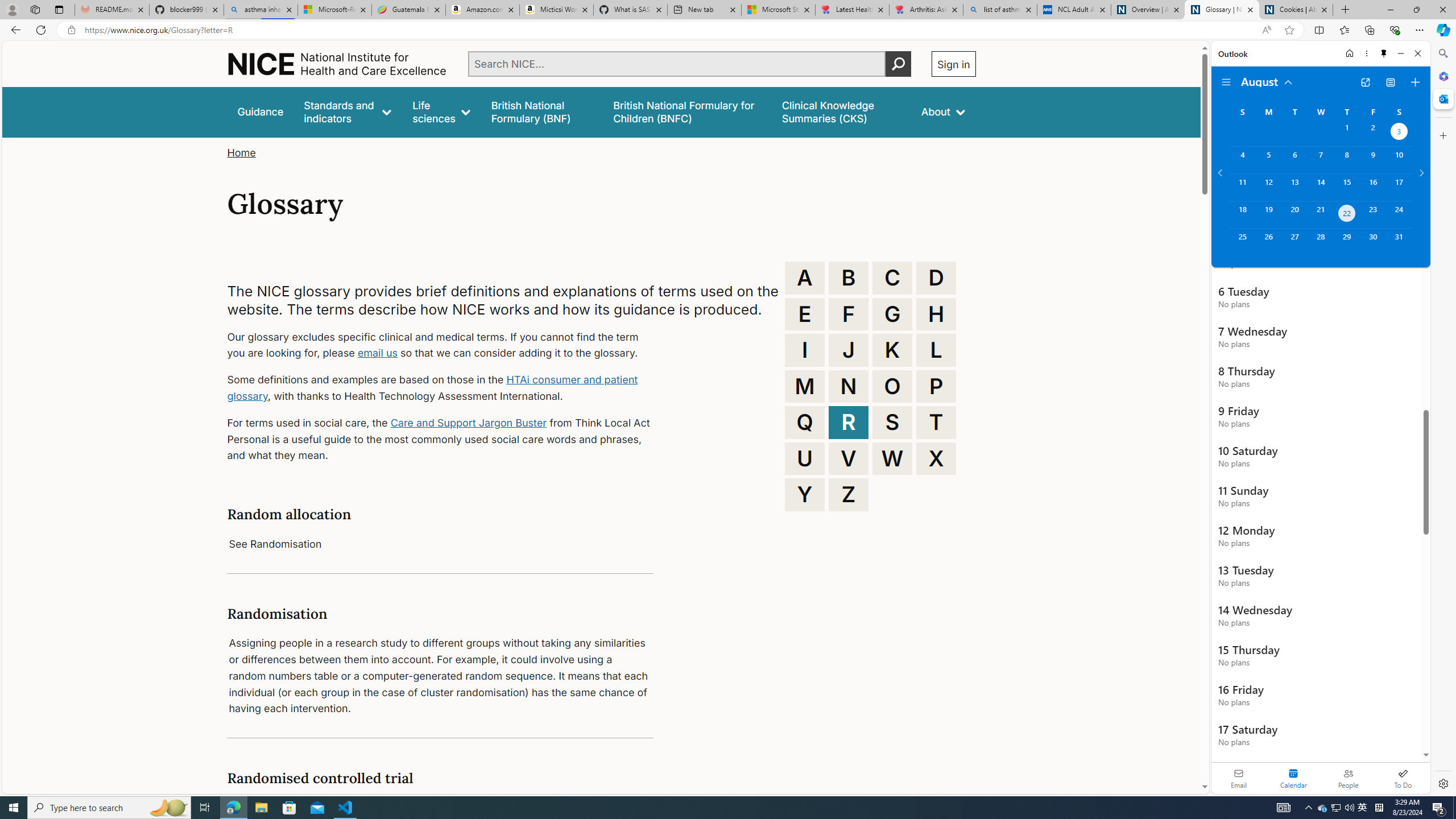  I want to click on 'Tuesday, August 27, 2024. ', so click(1293, 242).